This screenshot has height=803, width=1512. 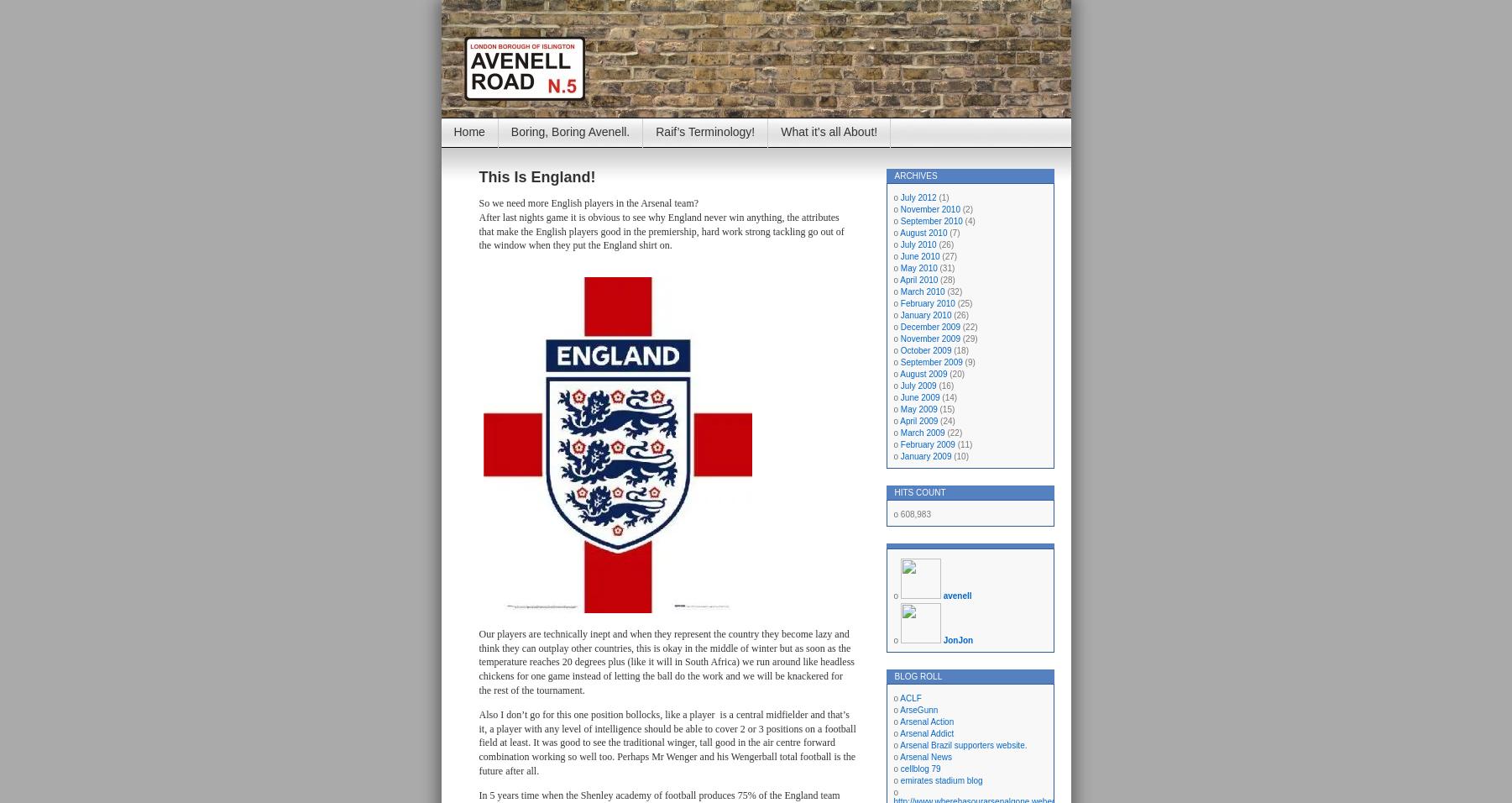 What do you see at coordinates (898, 420) in the screenshot?
I see `'April 2009'` at bounding box center [898, 420].